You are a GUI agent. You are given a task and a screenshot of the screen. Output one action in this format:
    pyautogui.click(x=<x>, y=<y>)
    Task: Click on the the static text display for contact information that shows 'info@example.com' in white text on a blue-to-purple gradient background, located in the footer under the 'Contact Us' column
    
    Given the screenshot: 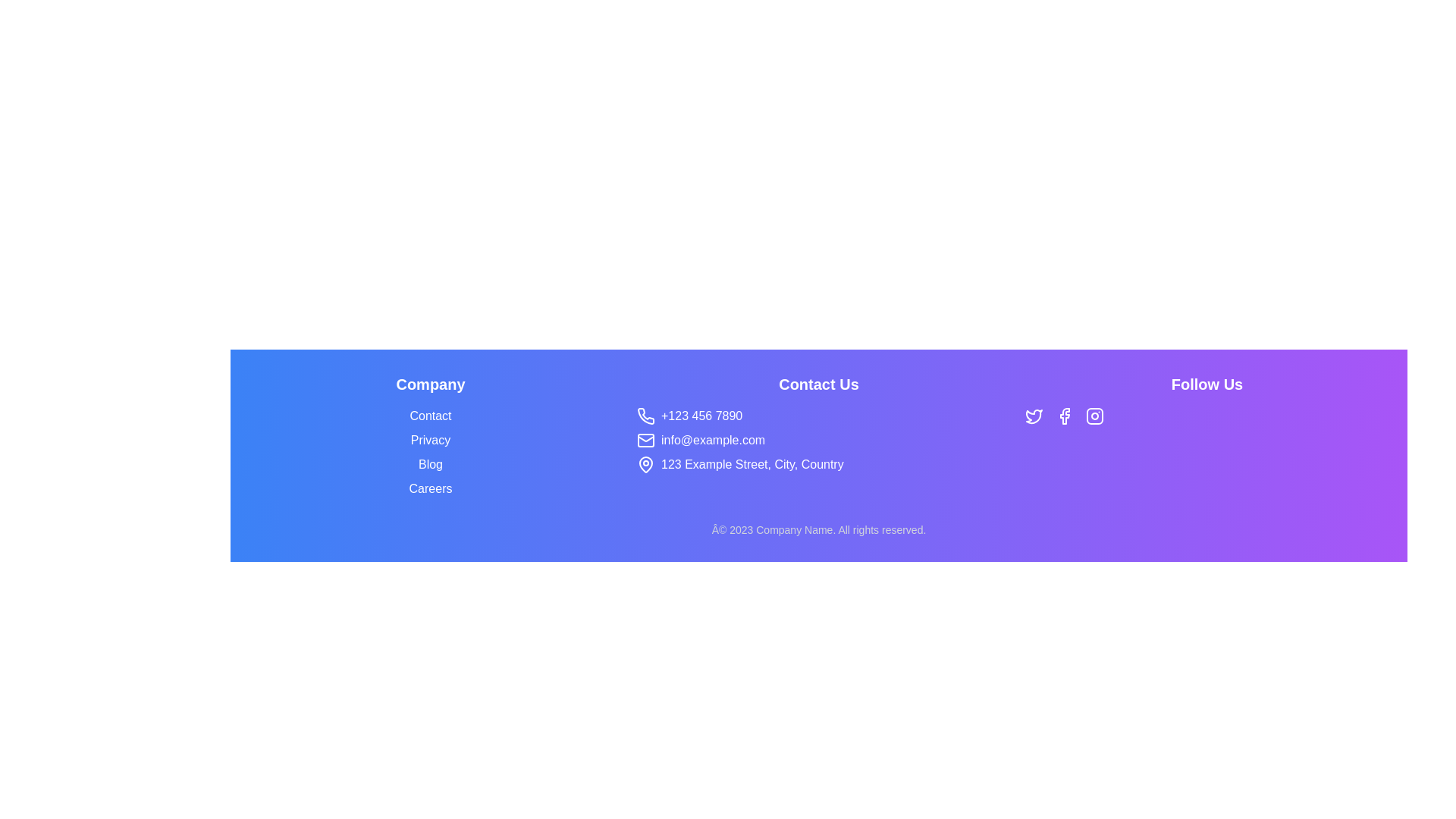 What is the action you would take?
    pyautogui.click(x=712, y=441)
    